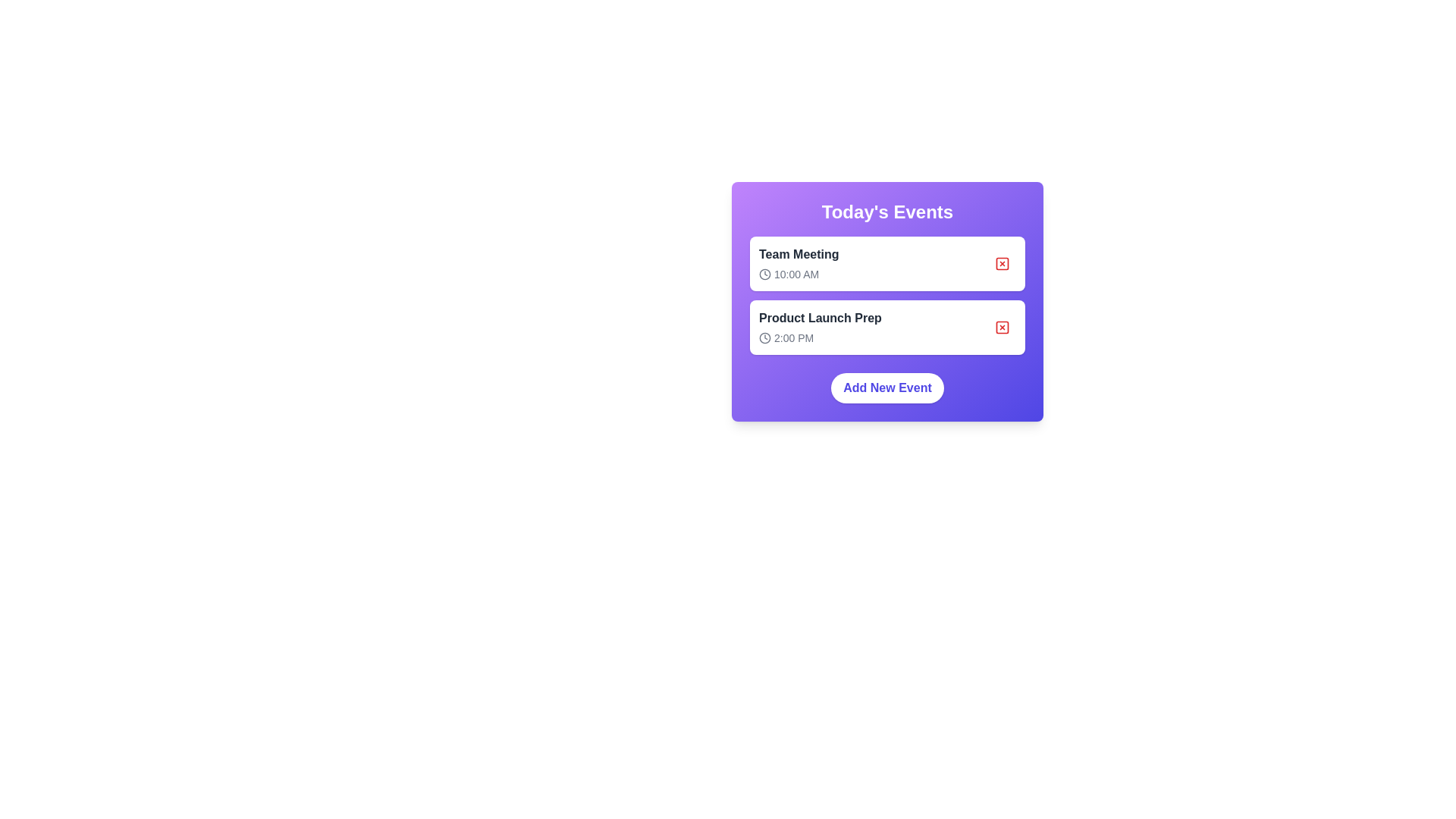 Image resolution: width=1456 pixels, height=819 pixels. I want to click on the red-filled square with rounded corners that serves as the outer boundary of the delete icon in the 'Product Launch Prep' event, located near the right edge of the event block, so click(1002, 327).